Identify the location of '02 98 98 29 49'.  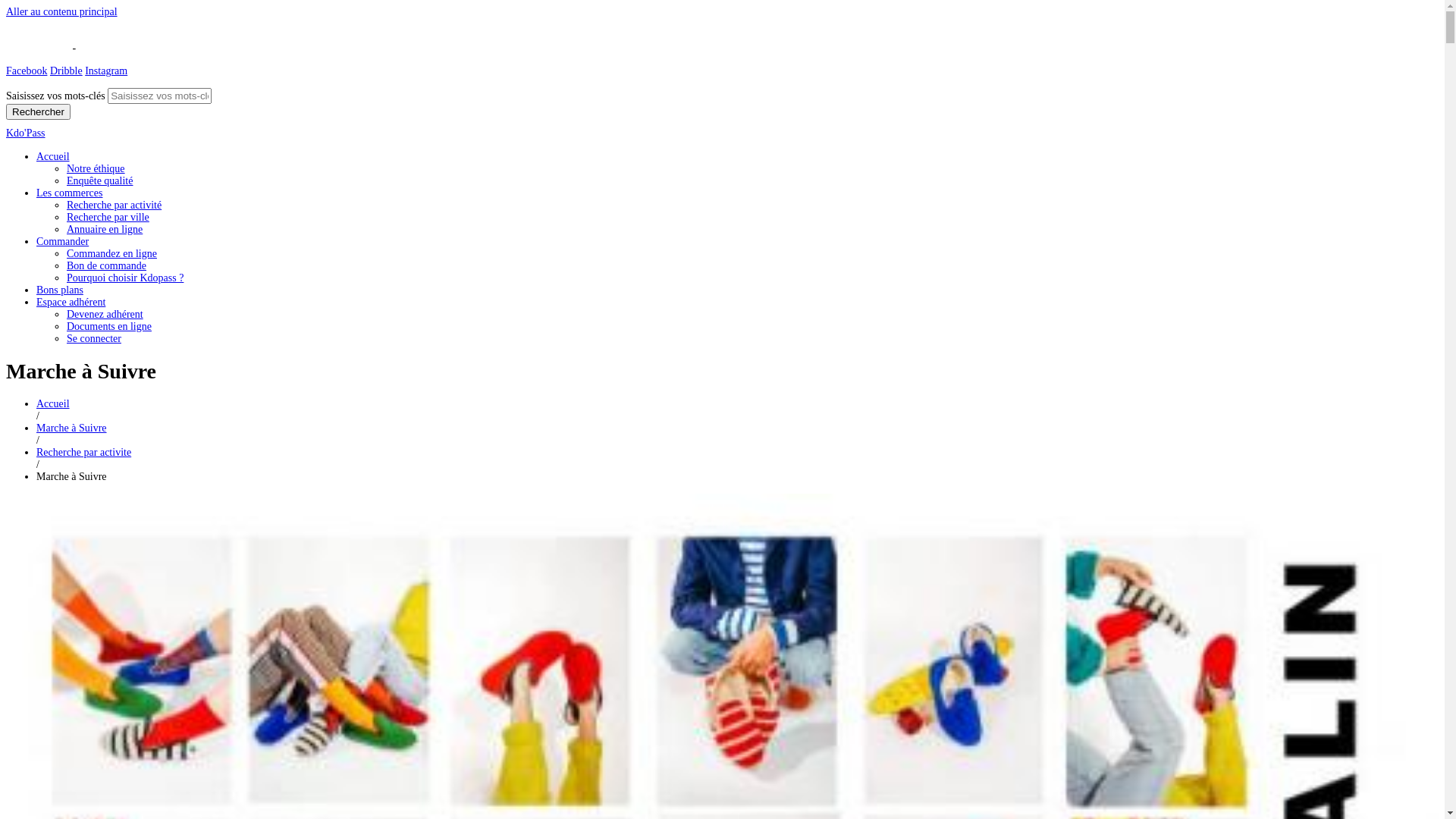
(37, 47).